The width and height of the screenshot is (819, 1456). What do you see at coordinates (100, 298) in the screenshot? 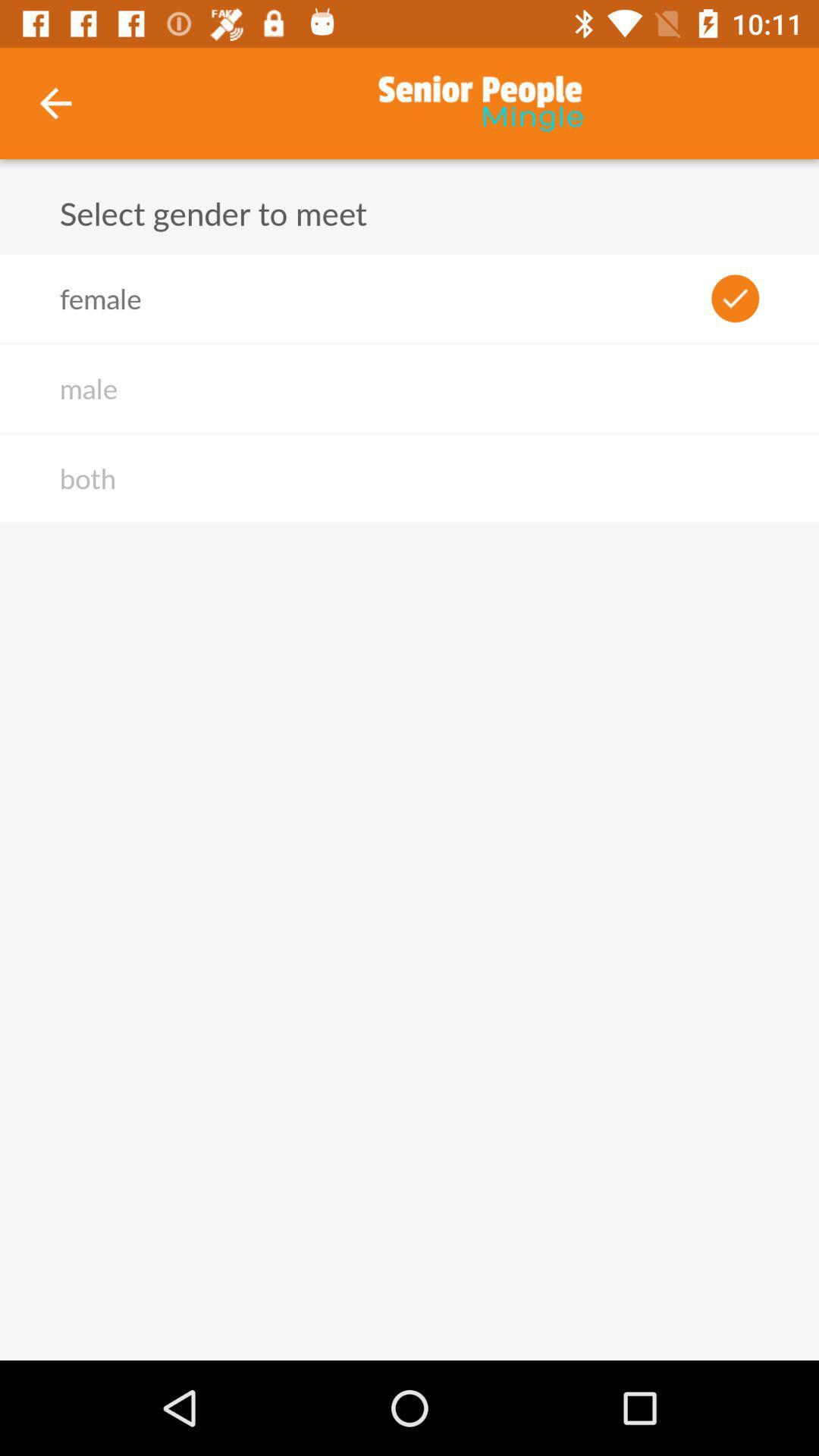
I see `the item above the male` at bounding box center [100, 298].